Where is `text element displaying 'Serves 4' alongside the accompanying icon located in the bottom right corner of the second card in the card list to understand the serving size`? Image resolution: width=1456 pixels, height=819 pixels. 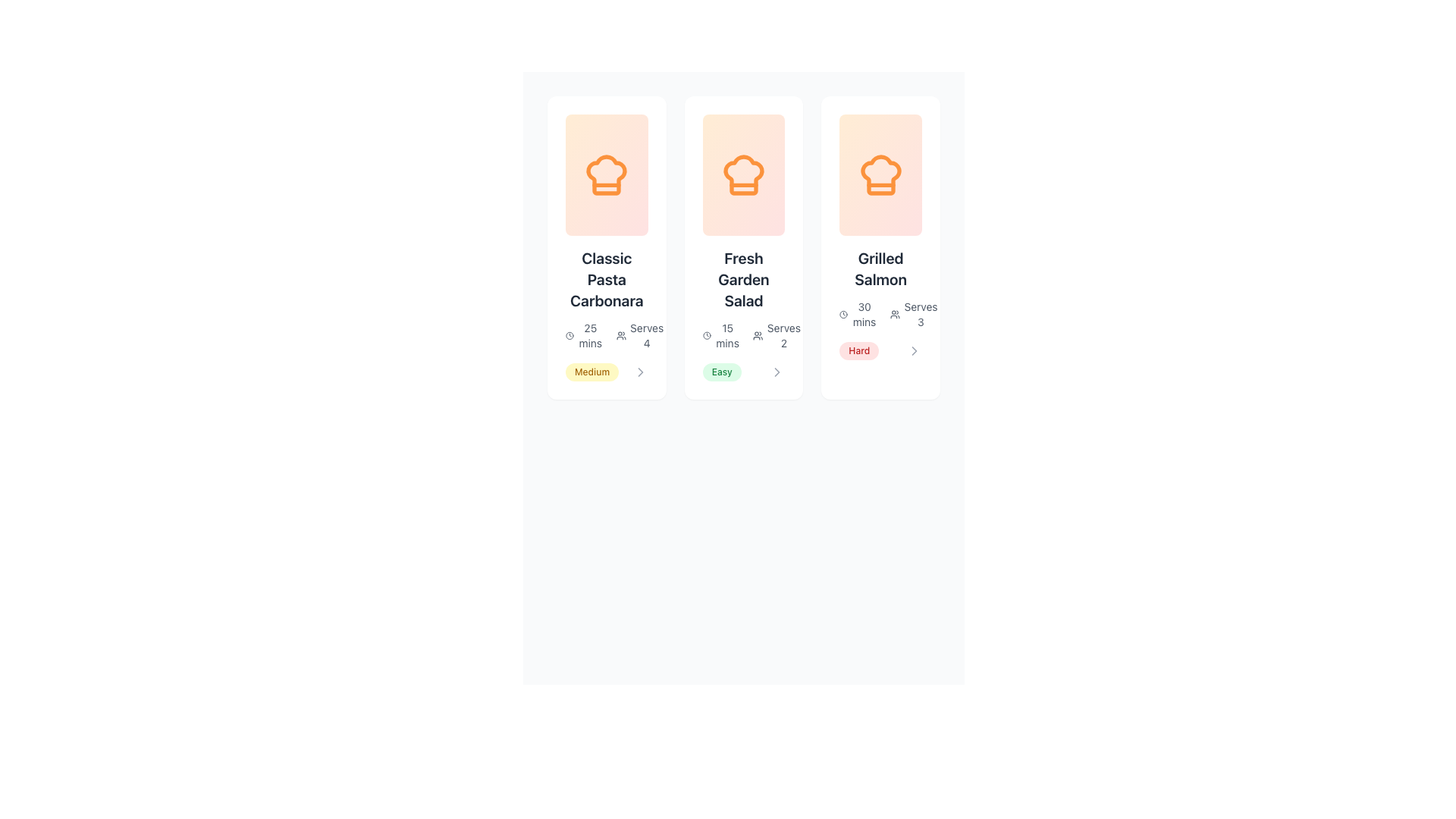 text element displaying 'Serves 4' alongside the accompanying icon located in the bottom right corner of the second card in the card list to understand the serving size is located at coordinates (640, 335).